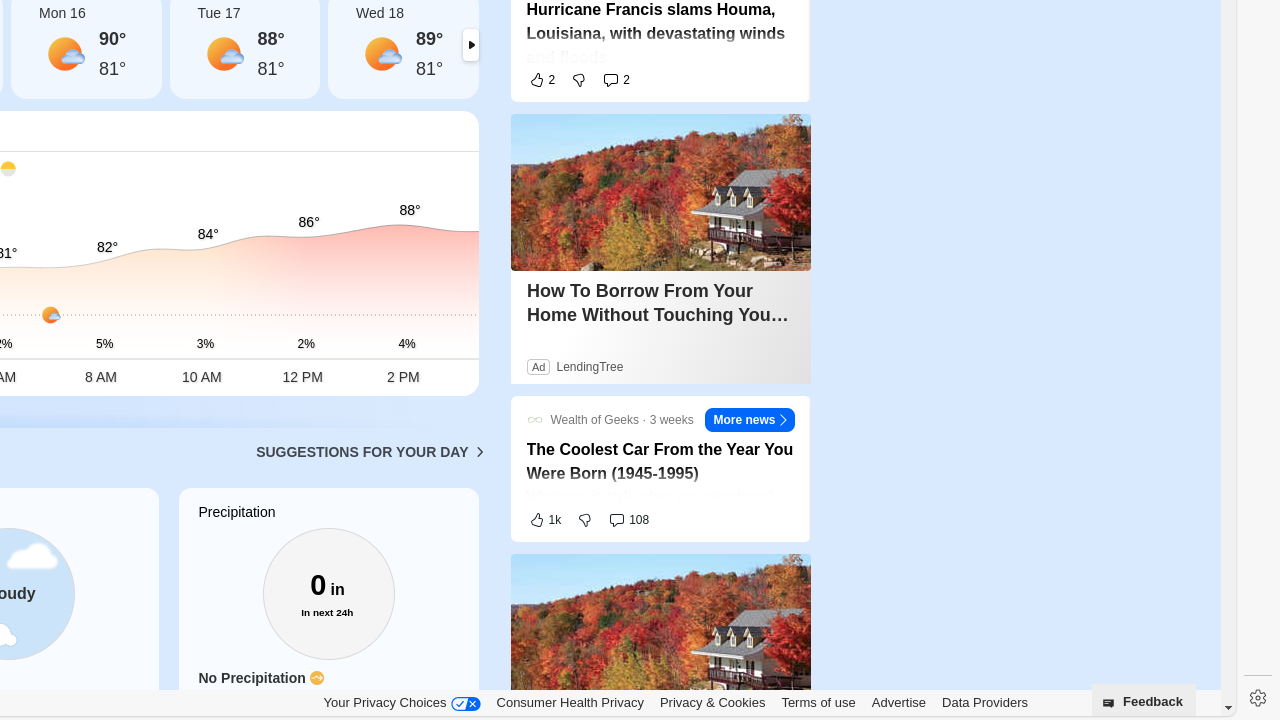 The image size is (1280, 720). Describe the element at coordinates (984, 701) in the screenshot. I see `'Data Providers'` at that location.